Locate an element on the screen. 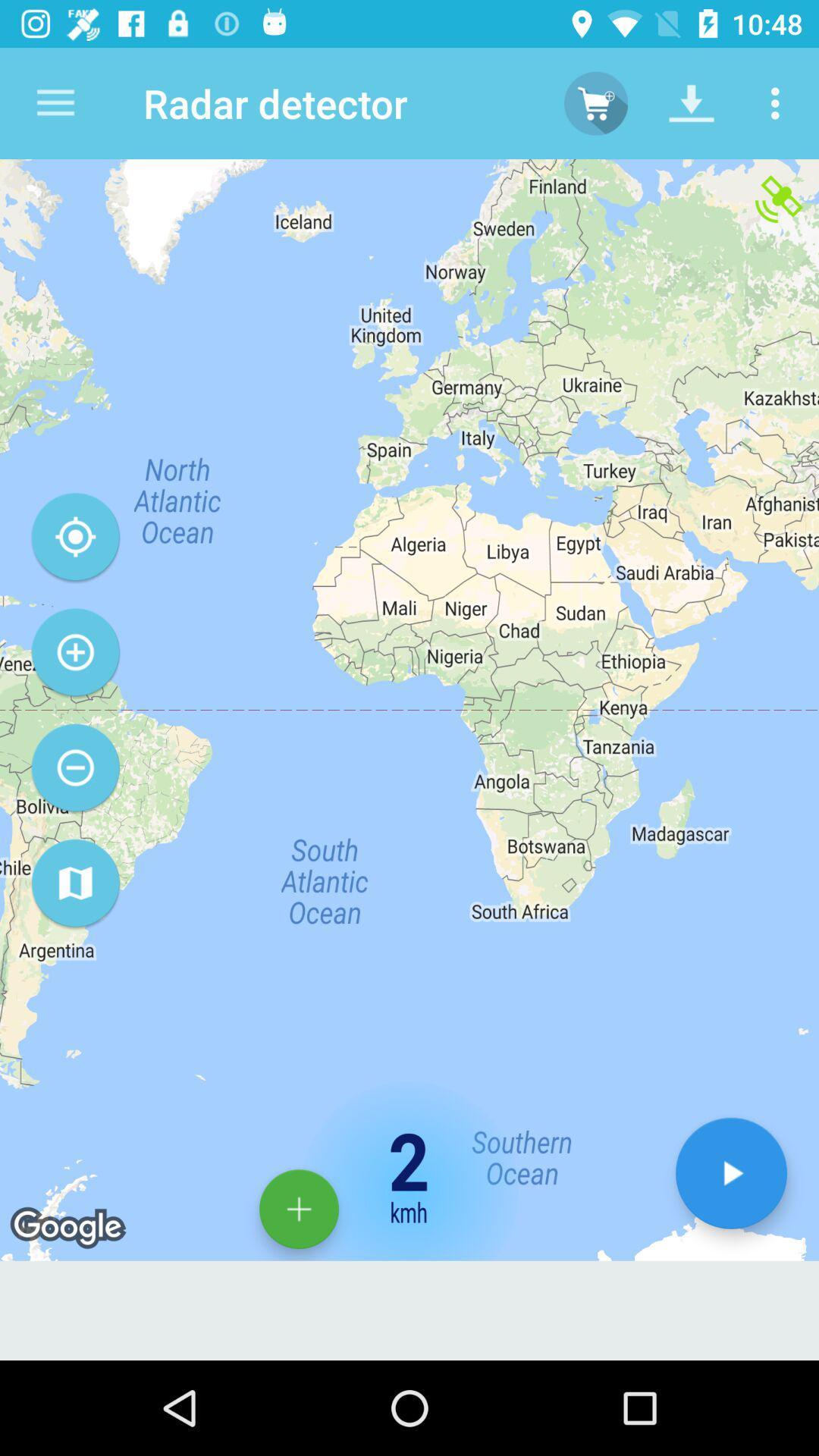  the add icon is located at coordinates (75, 652).